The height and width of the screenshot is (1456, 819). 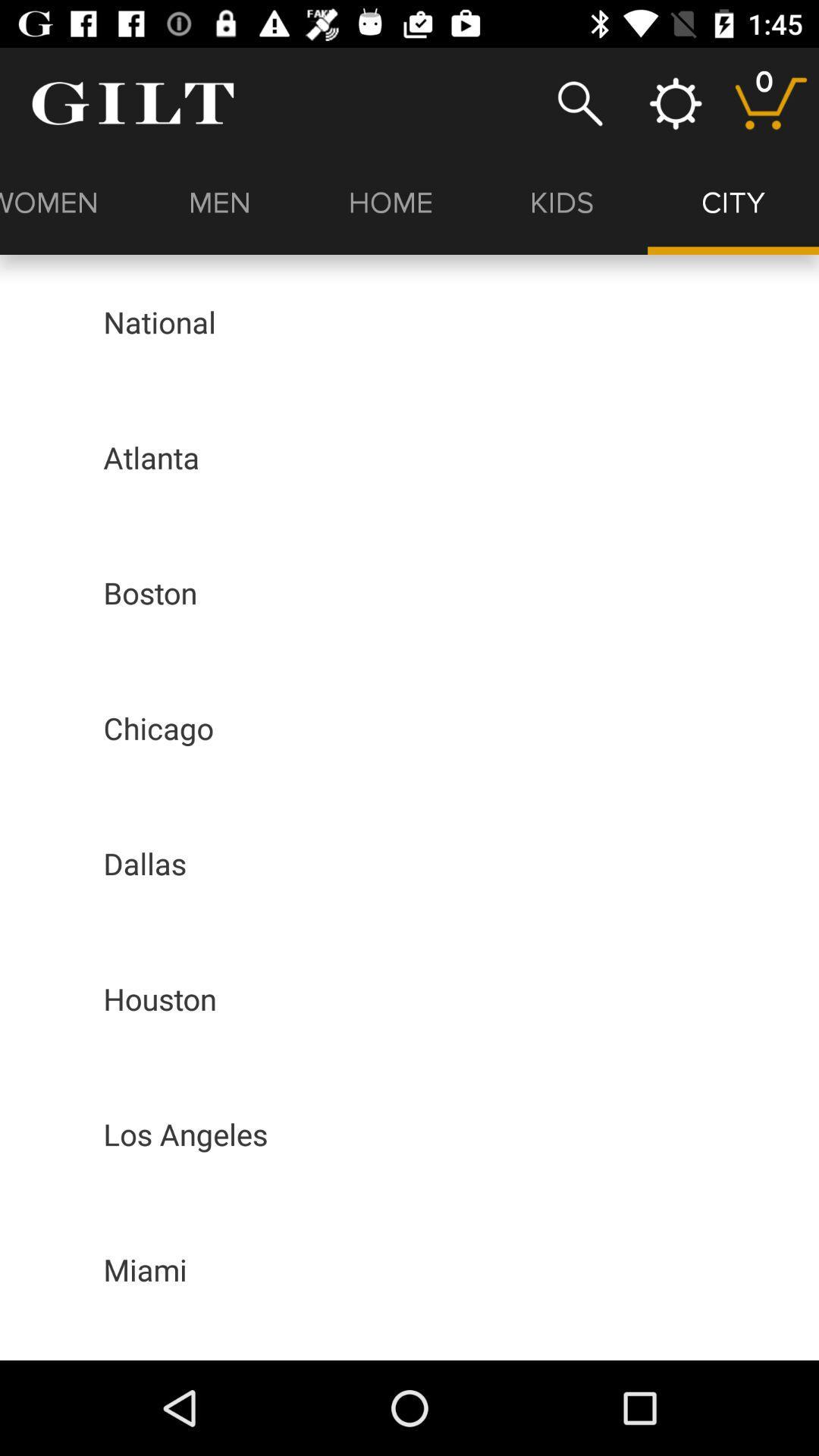 I want to click on the item above the boston item, so click(x=151, y=457).